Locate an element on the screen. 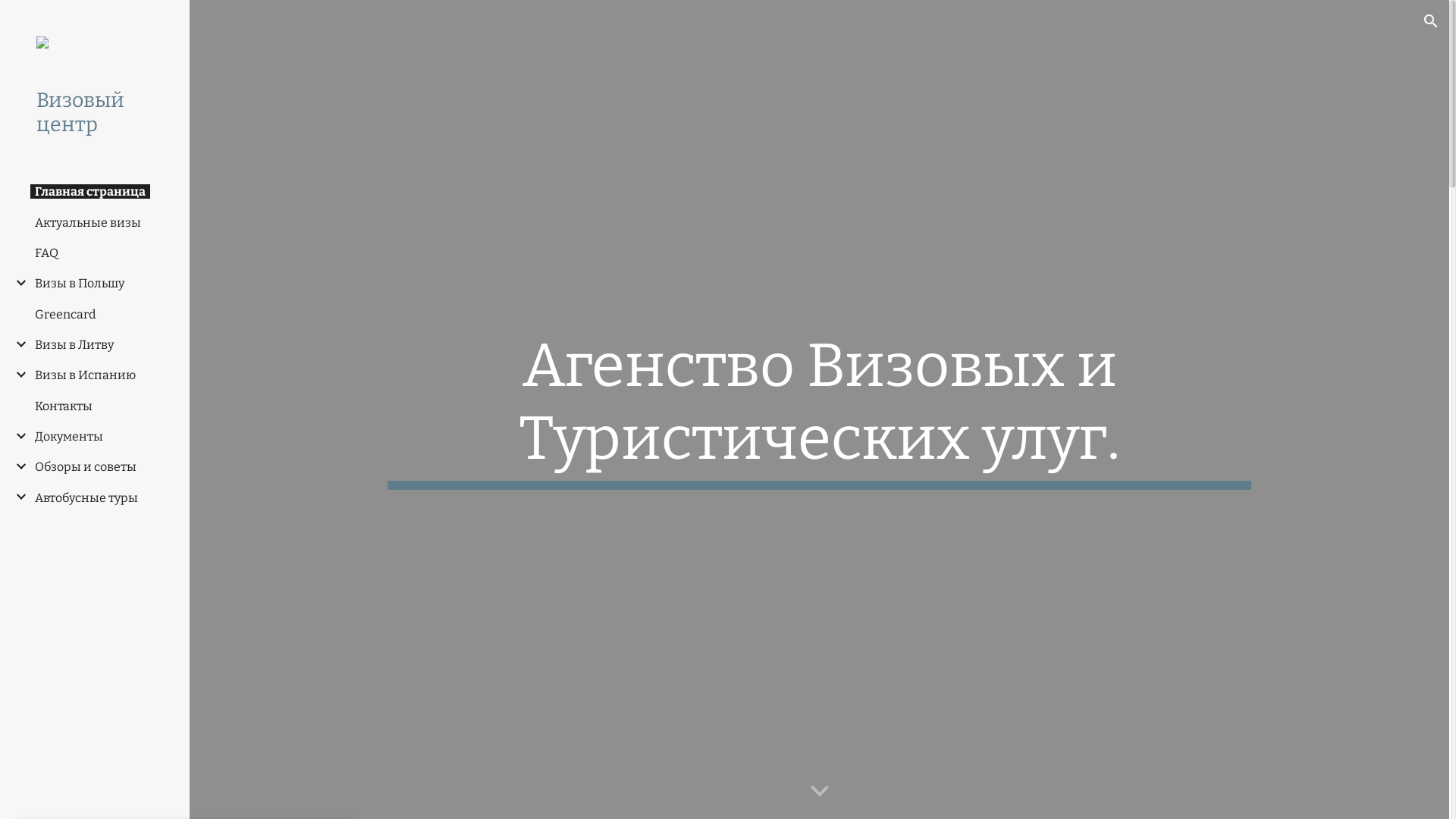 This screenshot has height=819, width=1456. 'Expand/Collapse' is located at coordinates (17, 283).